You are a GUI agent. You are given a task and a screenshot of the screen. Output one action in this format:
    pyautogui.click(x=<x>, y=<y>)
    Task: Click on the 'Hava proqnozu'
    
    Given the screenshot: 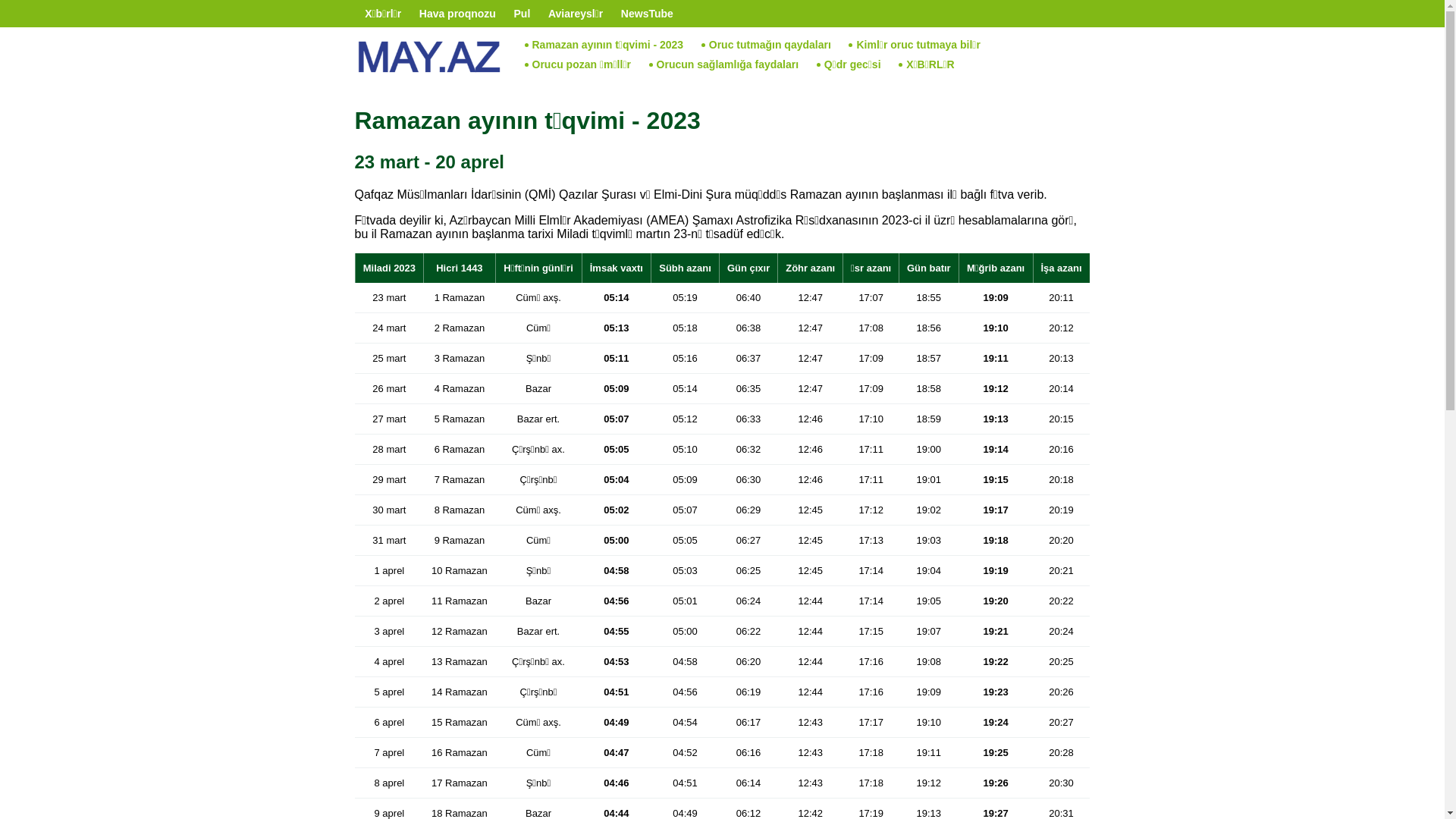 What is the action you would take?
    pyautogui.click(x=457, y=14)
    